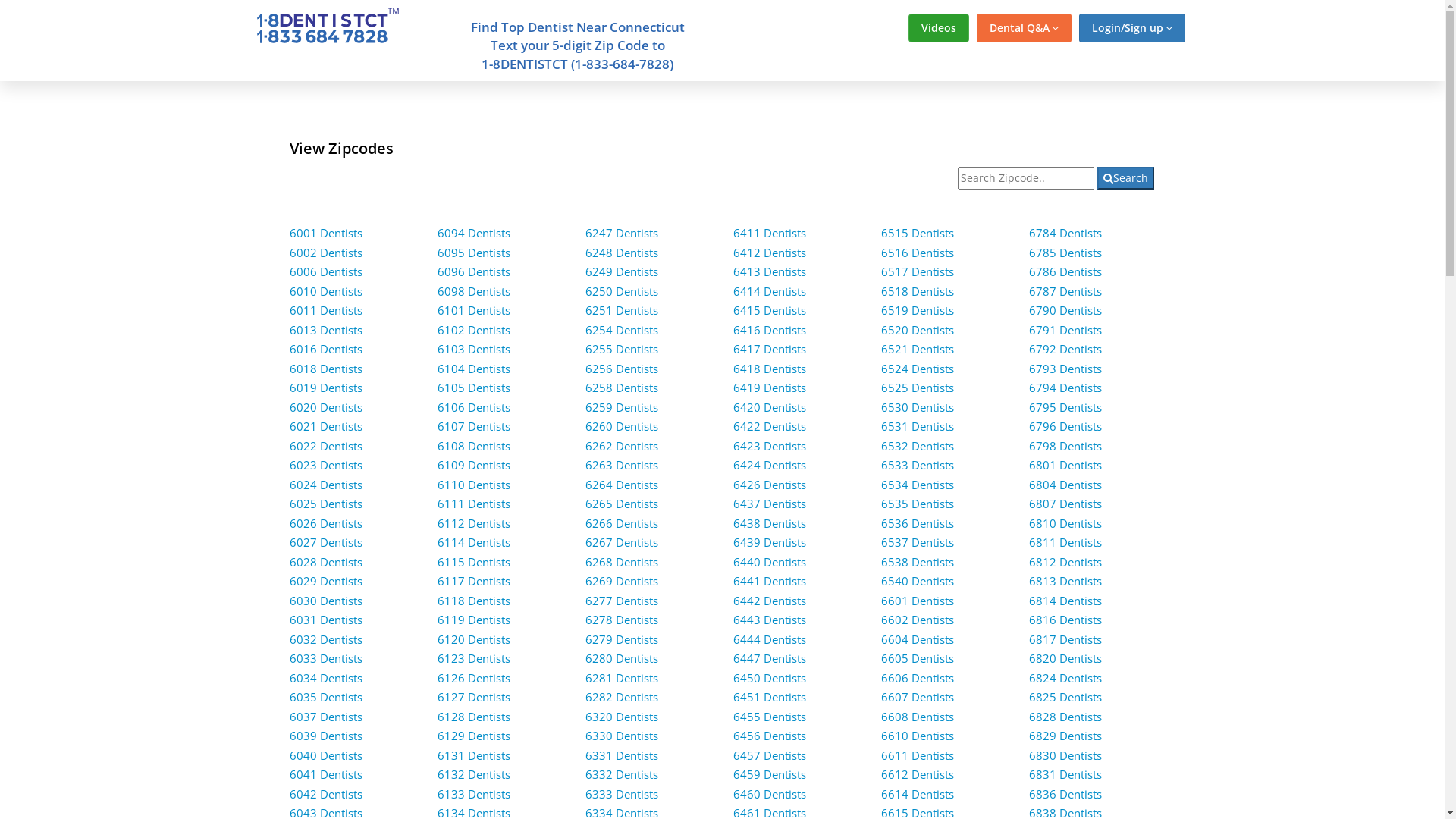 Image resolution: width=1456 pixels, height=819 pixels. What do you see at coordinates (622, 233) in the screenshot?
I see `'6247 Dentists'` at bounding box center [622, 233].